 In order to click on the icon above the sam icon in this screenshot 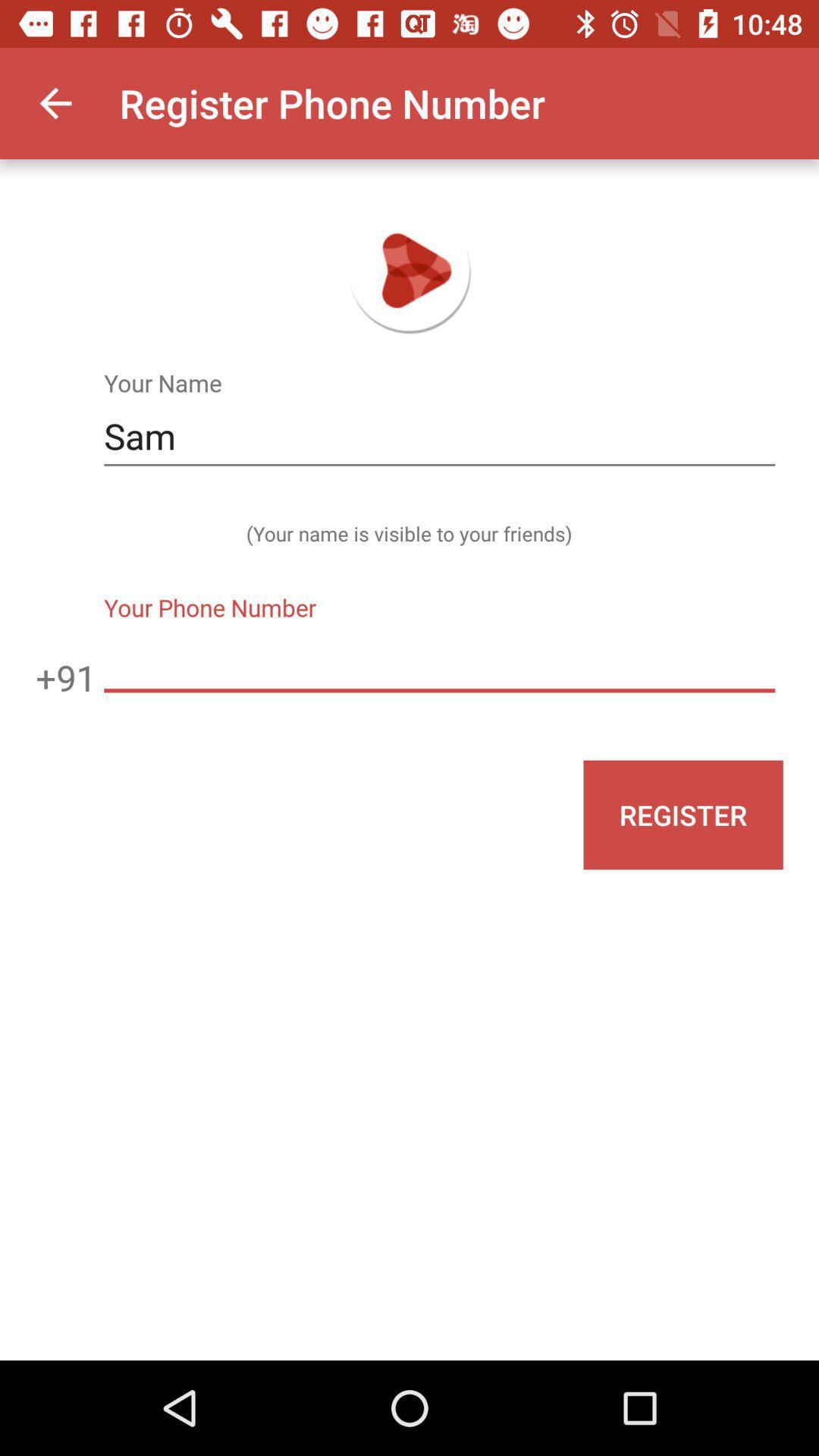, I will do `click(55, 102)`.